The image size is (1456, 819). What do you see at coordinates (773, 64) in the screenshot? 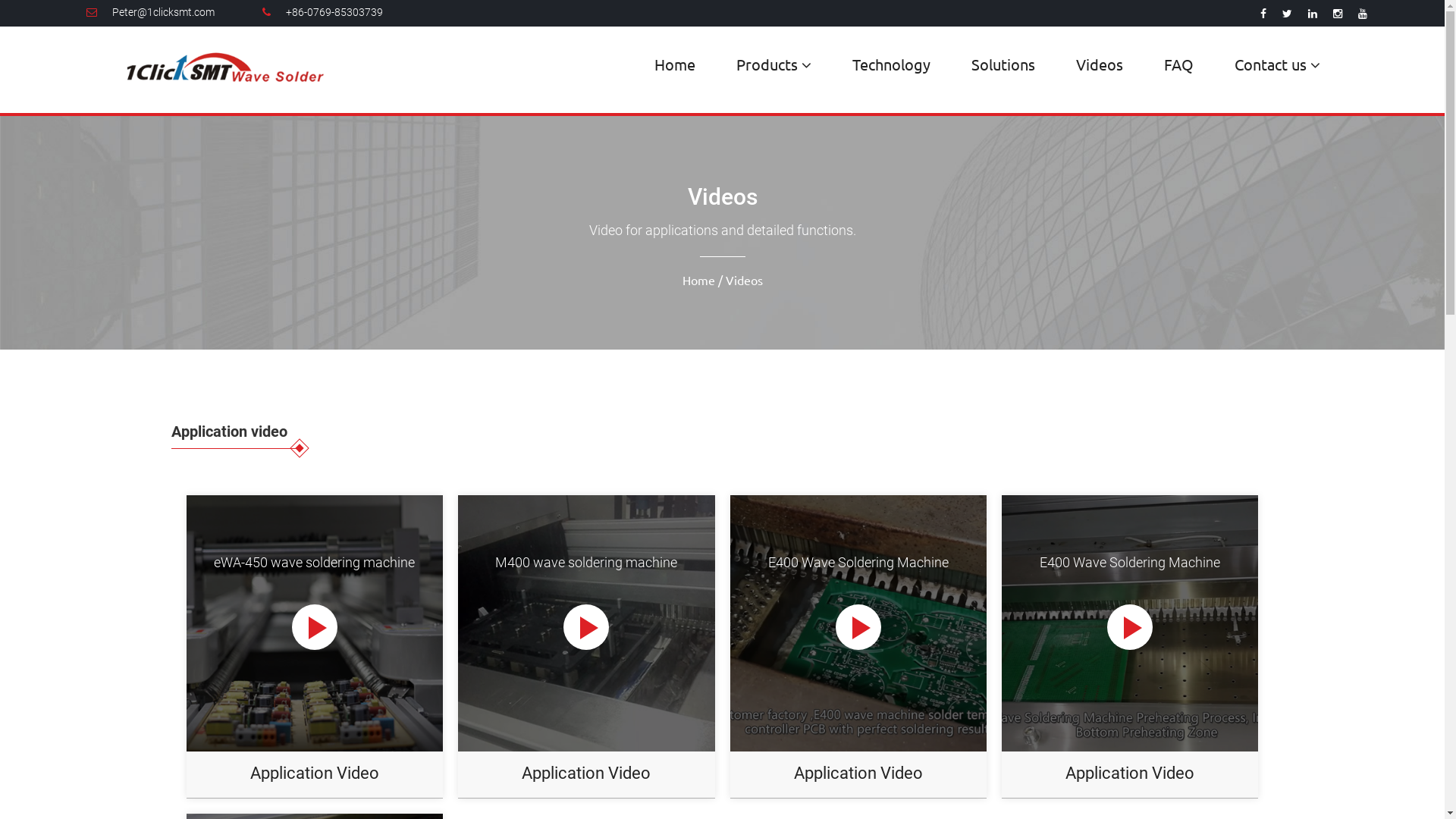
I see `'Products'` at bounding box center [773, 64].